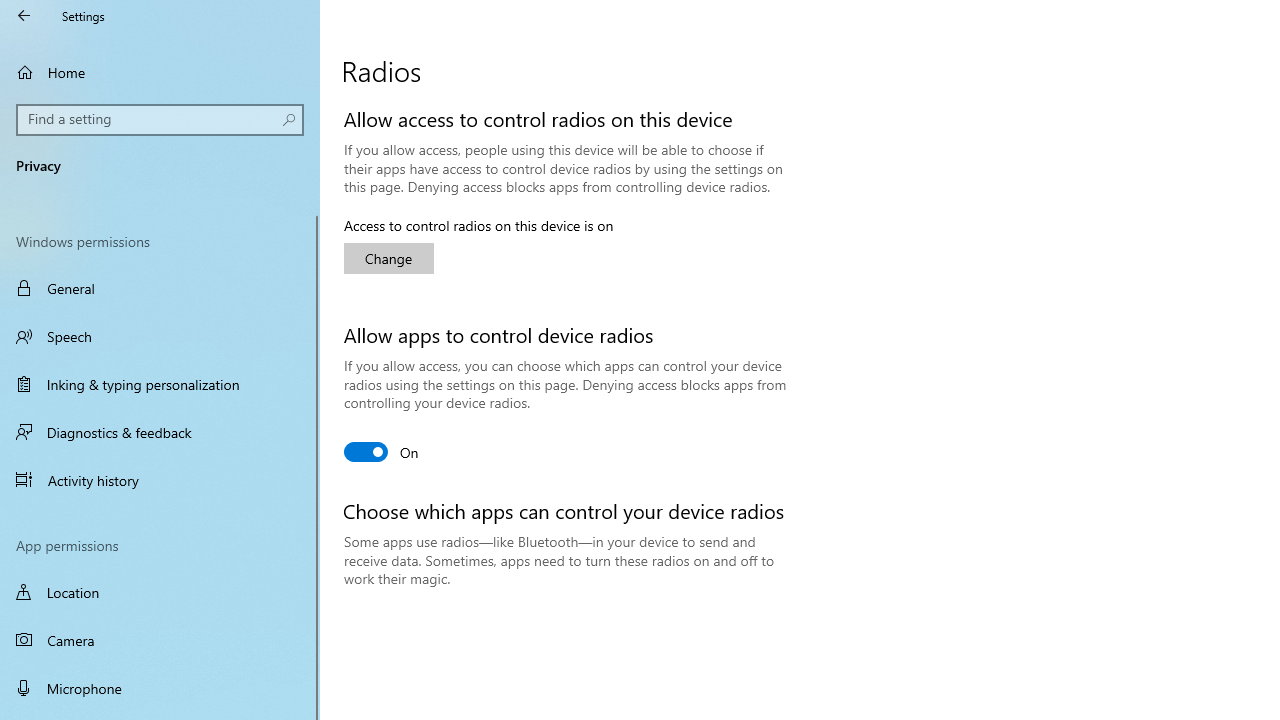  Describe the element at coordinates (160, 431) in the screenshot. I see `'Diagnostics & feedback'` at that location.